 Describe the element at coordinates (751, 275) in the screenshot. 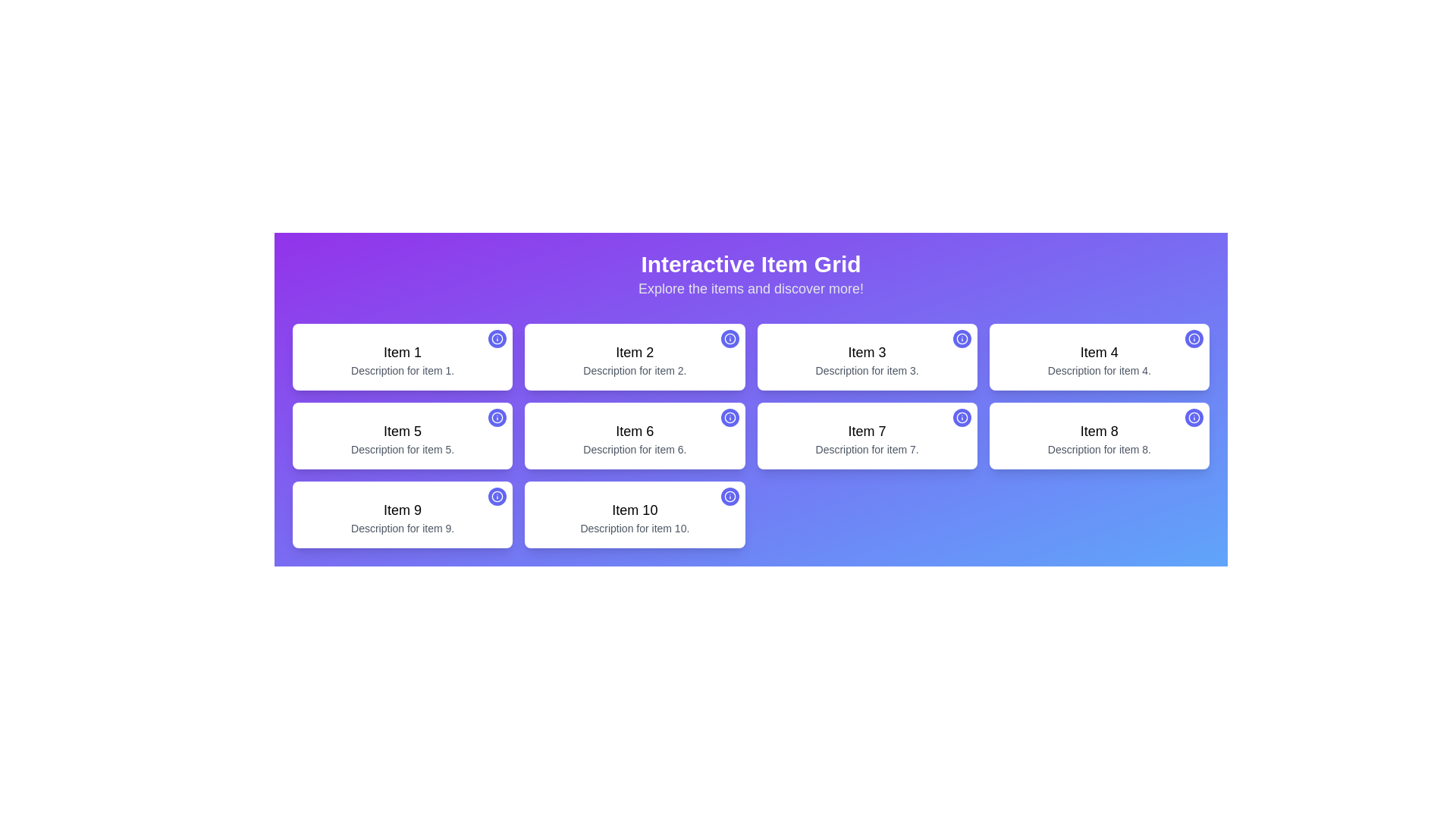

I see `the Text header titled 'Interactive Item Grid' with the subtitle 'Explore the items and discover more!' located at the center of the header section` at that location.